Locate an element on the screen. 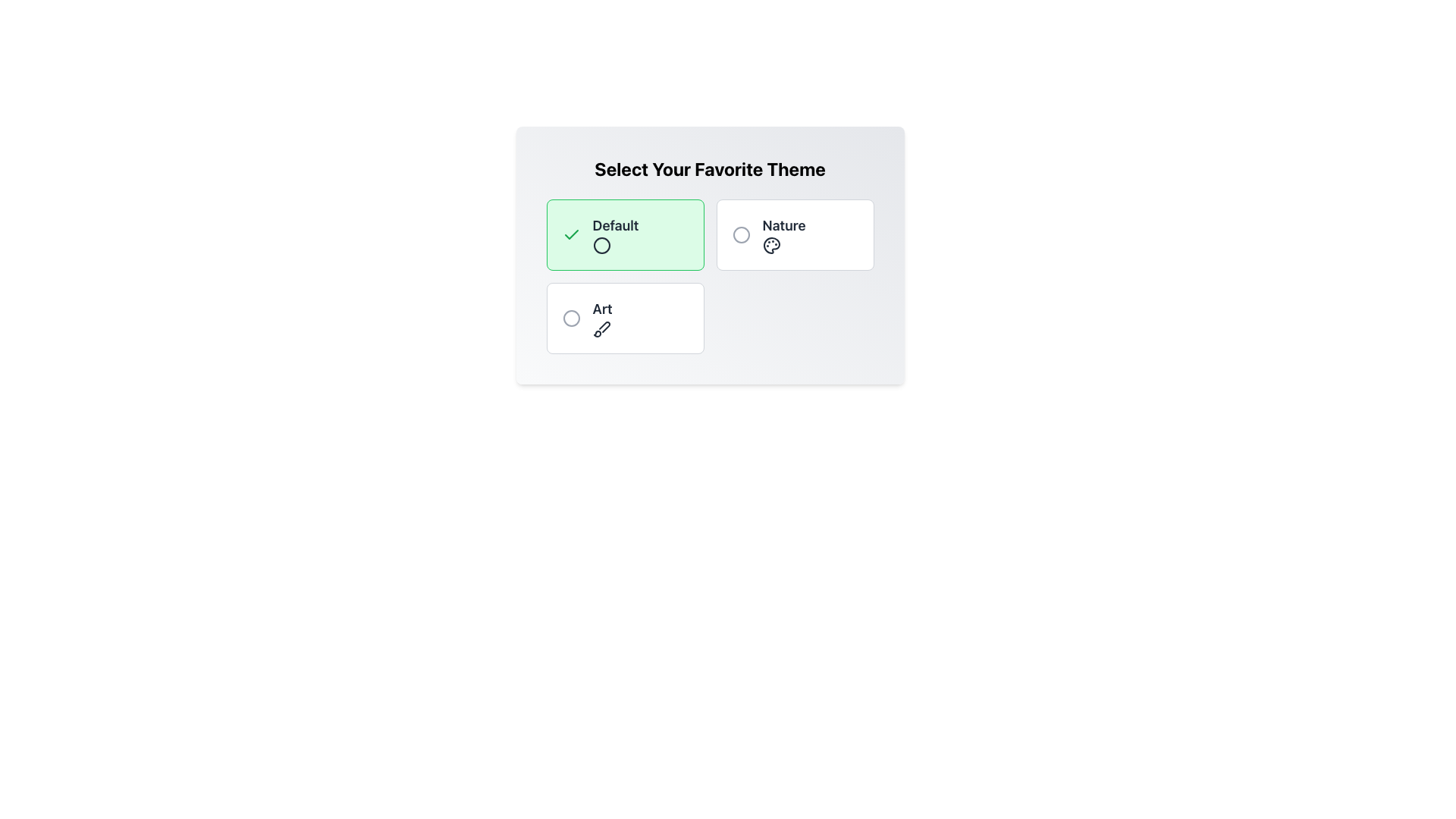  the 'Nature' selectable text and icon combination, which is the second option in the theme choices, styled in bold and slightly larger font, located in the middle-right section of the selection interface is located at coordinates (784, 234).